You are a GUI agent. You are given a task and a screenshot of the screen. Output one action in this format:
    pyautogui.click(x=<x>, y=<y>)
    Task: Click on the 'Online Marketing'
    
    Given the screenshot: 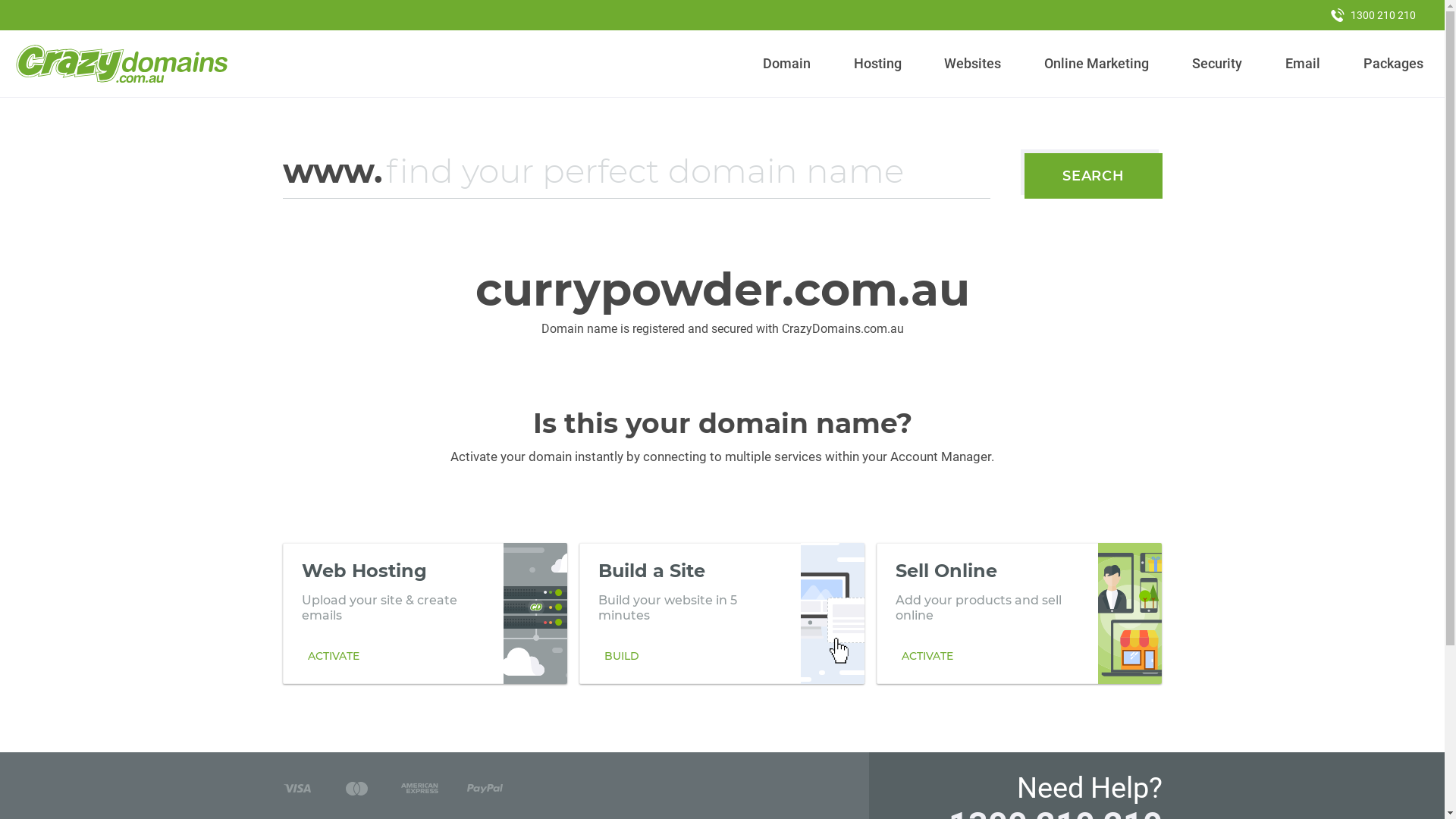 What is the action you would take?
    pyautogui.click(x=1097, y=63)
    